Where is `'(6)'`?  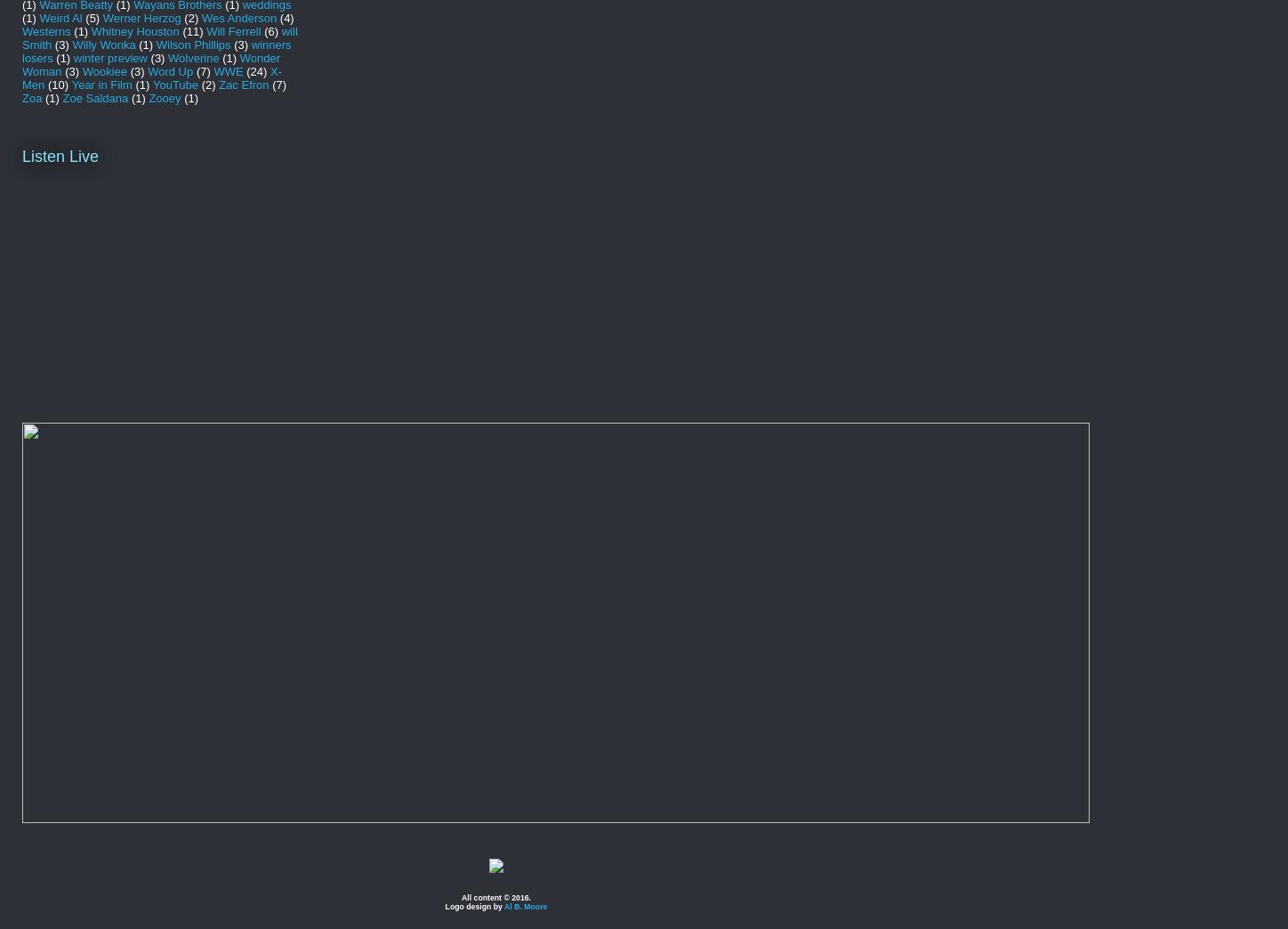 '(6)' is located at coordinates (270, 29).